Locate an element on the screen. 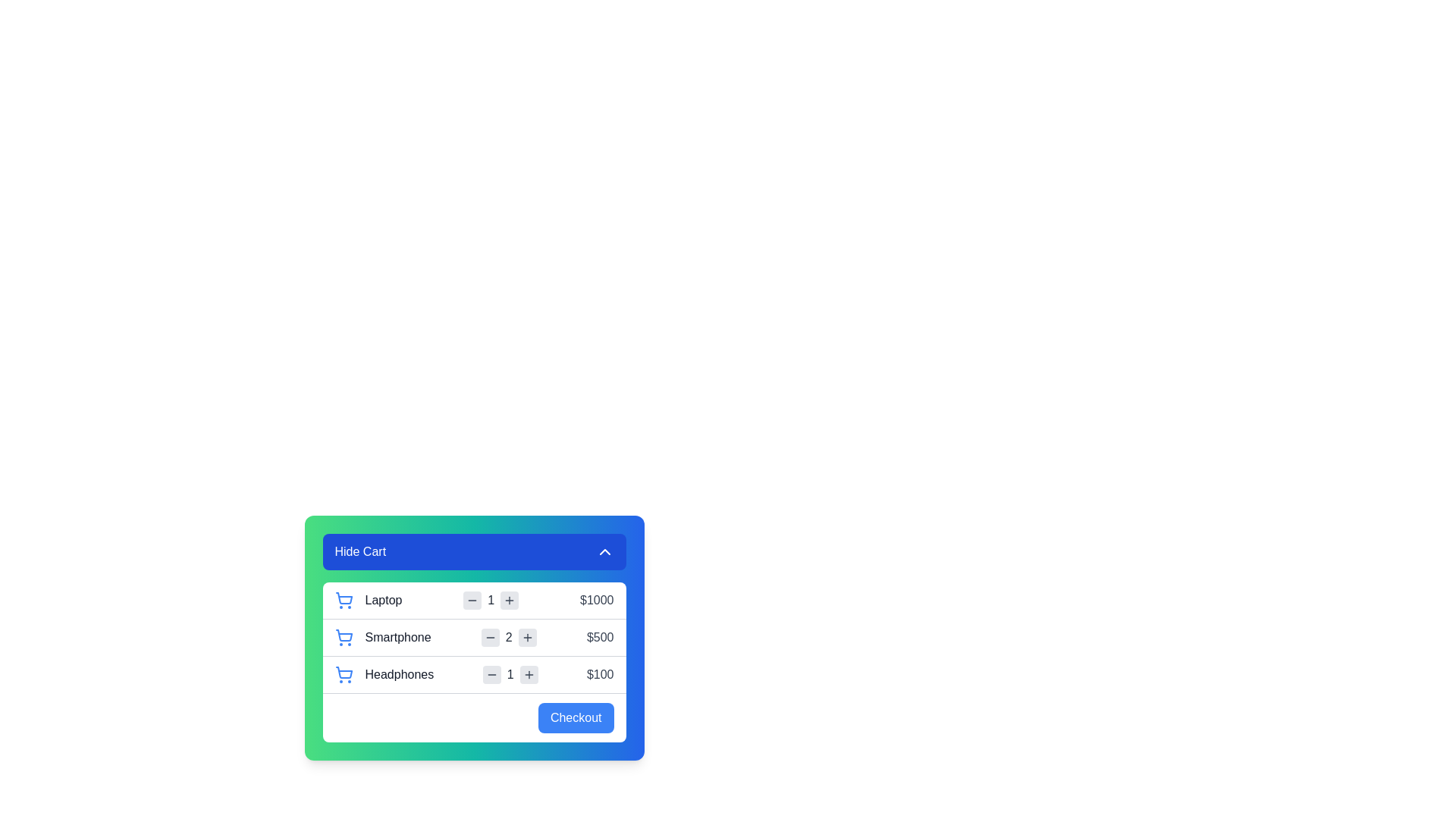 This screenshot has width=1456, height=819. the Label displaying the current quantity of 'Headphones' in the cart, which is positioned between two buttons in the third row of the cart interface is located at coordinates (510, 674).